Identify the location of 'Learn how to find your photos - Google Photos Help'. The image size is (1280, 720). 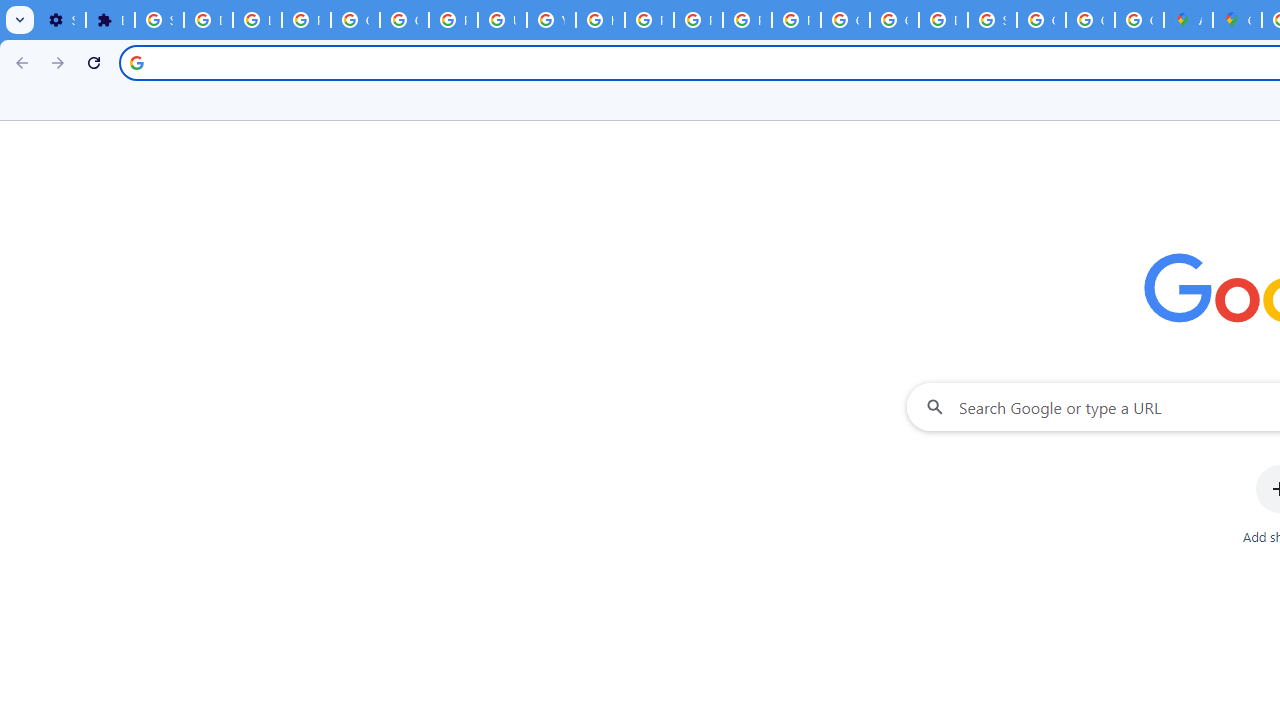
(256, 20).